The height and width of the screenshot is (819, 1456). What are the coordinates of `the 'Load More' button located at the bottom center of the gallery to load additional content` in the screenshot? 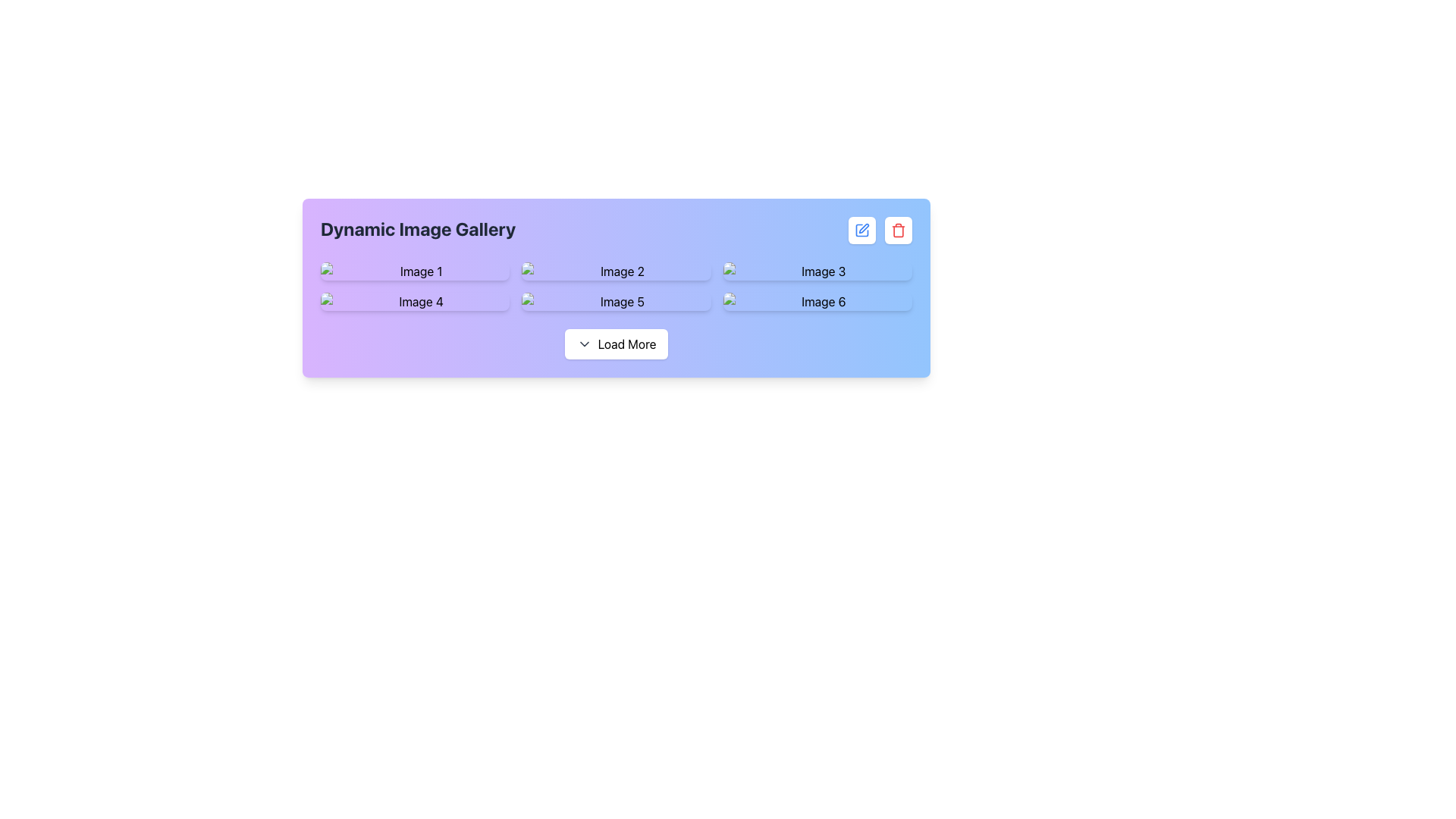 It's located at (616, 344).